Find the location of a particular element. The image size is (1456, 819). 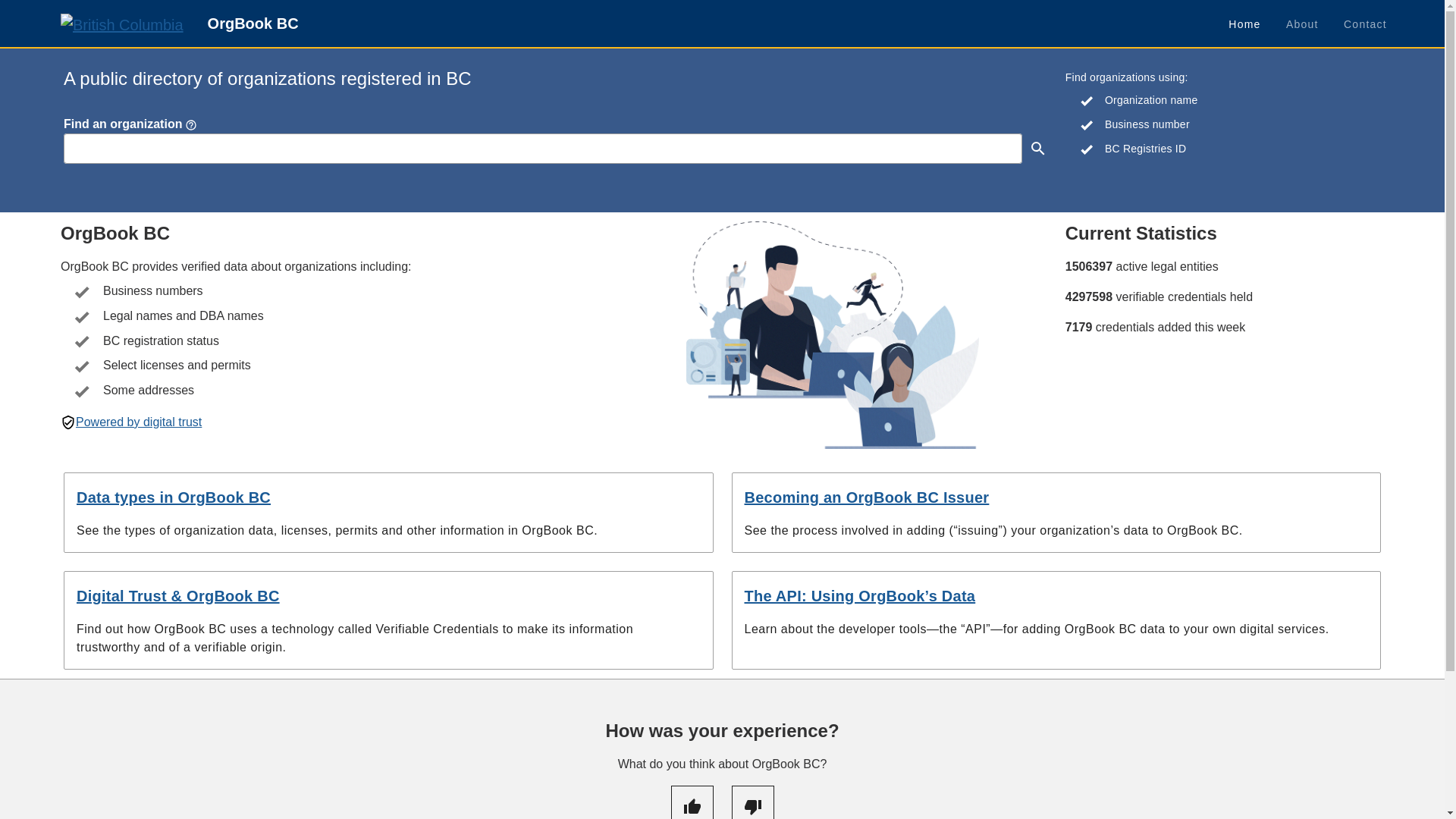

'Digital Trust & OrgBook BC' is located at coordinates (178, 595).